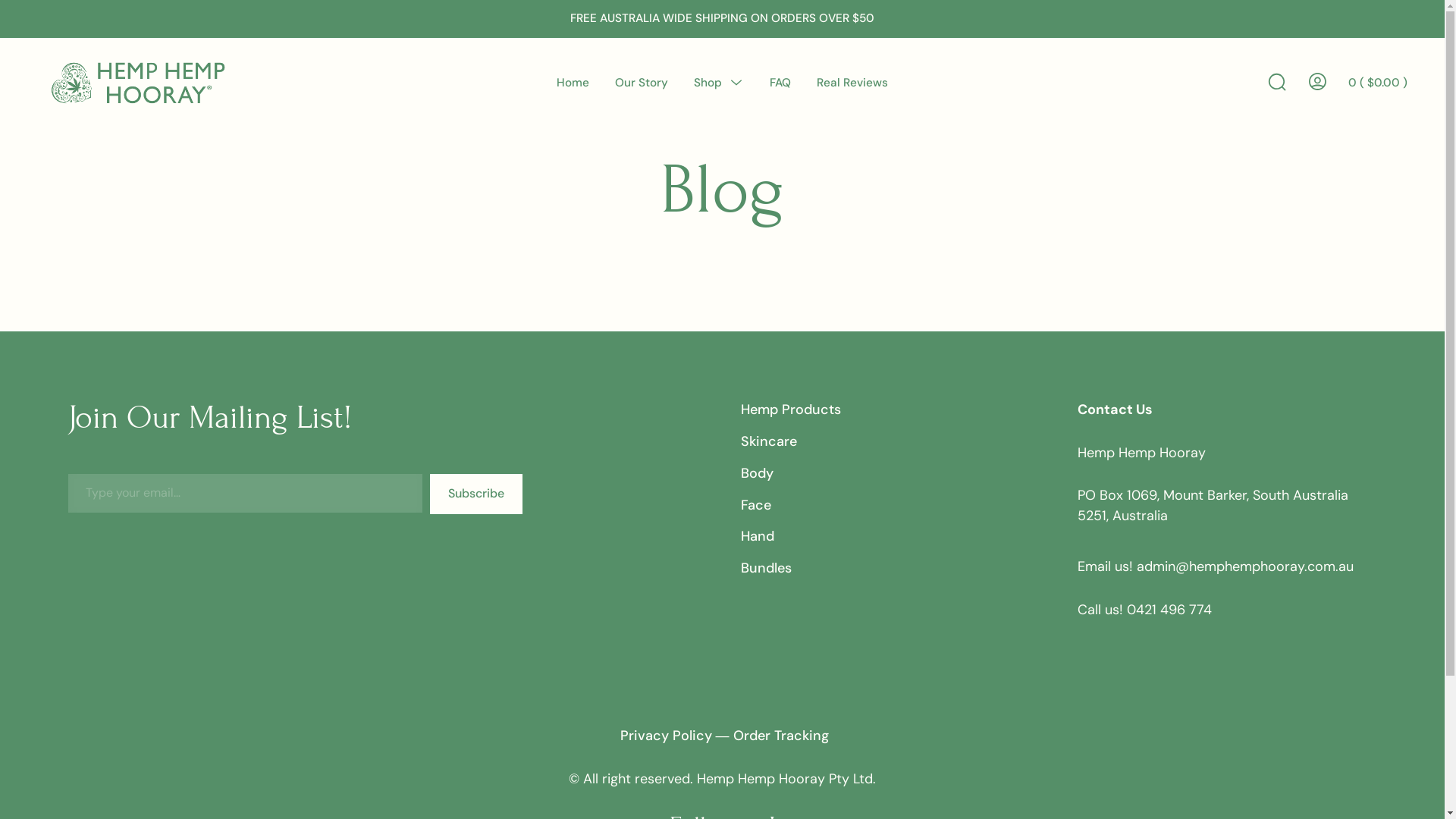  I want to click on 'Subscribe', so click(475, 494).